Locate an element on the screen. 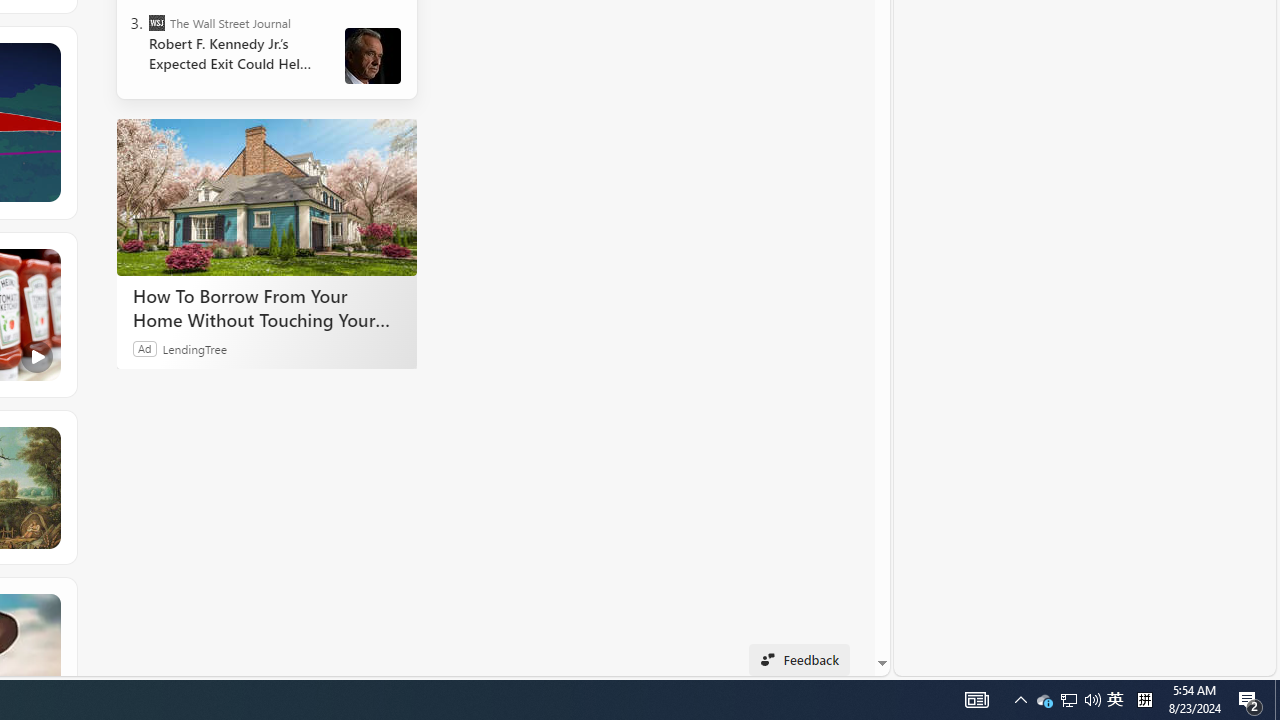  'The Wall Street Journal' is located at coordinates (155, 23).